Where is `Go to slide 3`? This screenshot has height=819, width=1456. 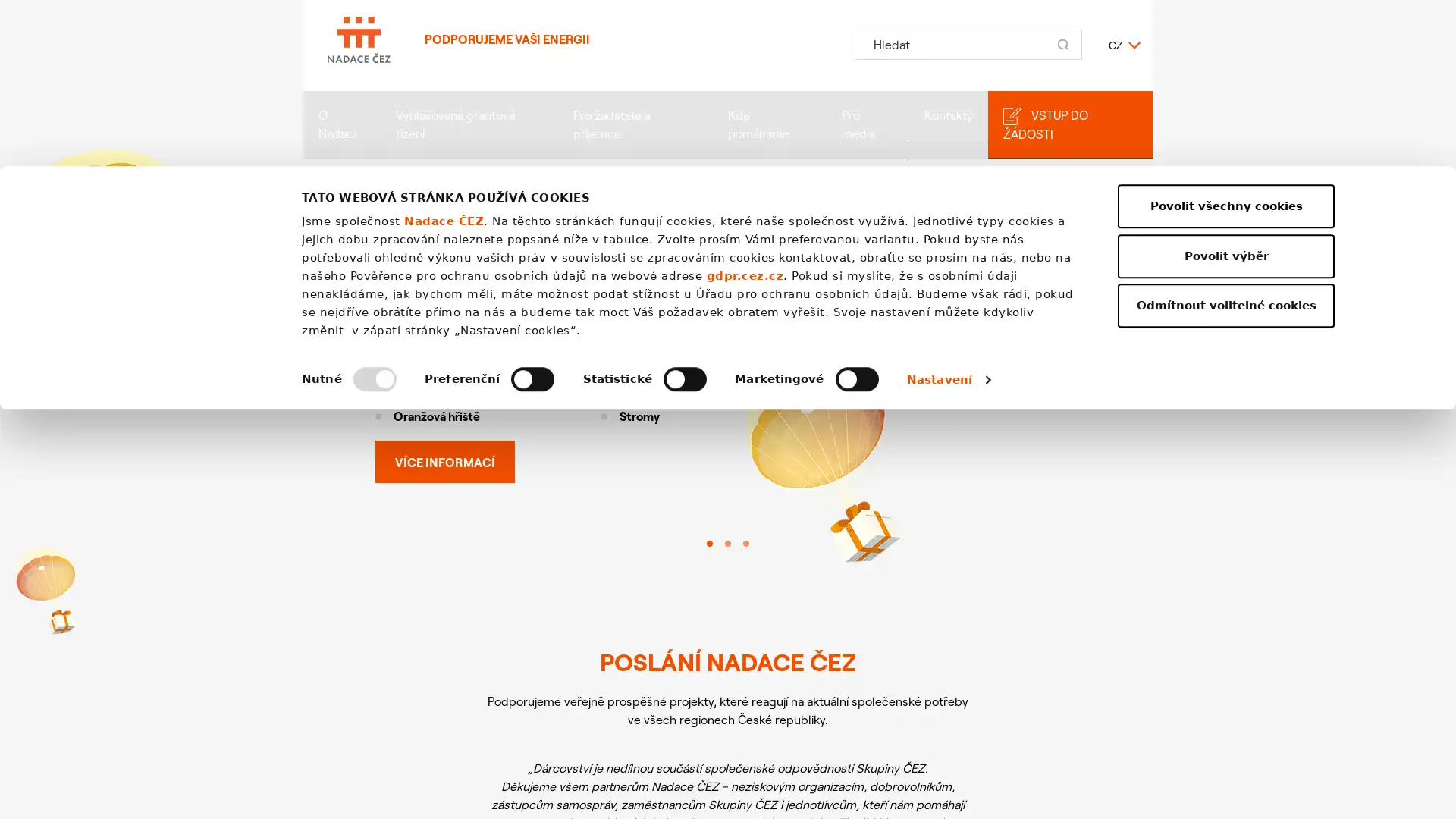 Go to slide 3 is located at coordinates (745, 542).